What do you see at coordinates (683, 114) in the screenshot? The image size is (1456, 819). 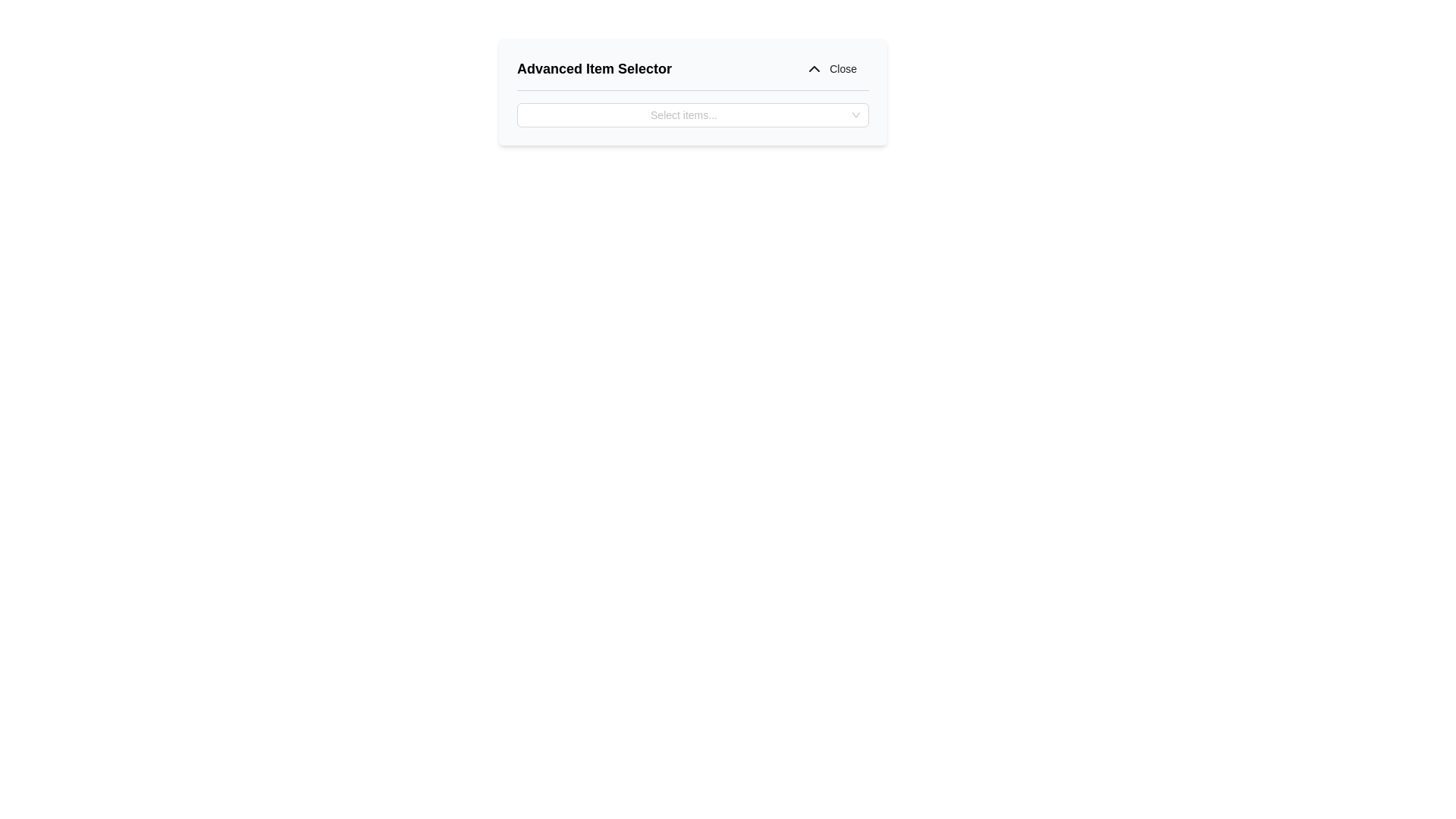 I see `the dropdown placeholder text reading 'Select items...' within the 'Advanced Item Selector' dropdown` at bounding box center [683, 114].